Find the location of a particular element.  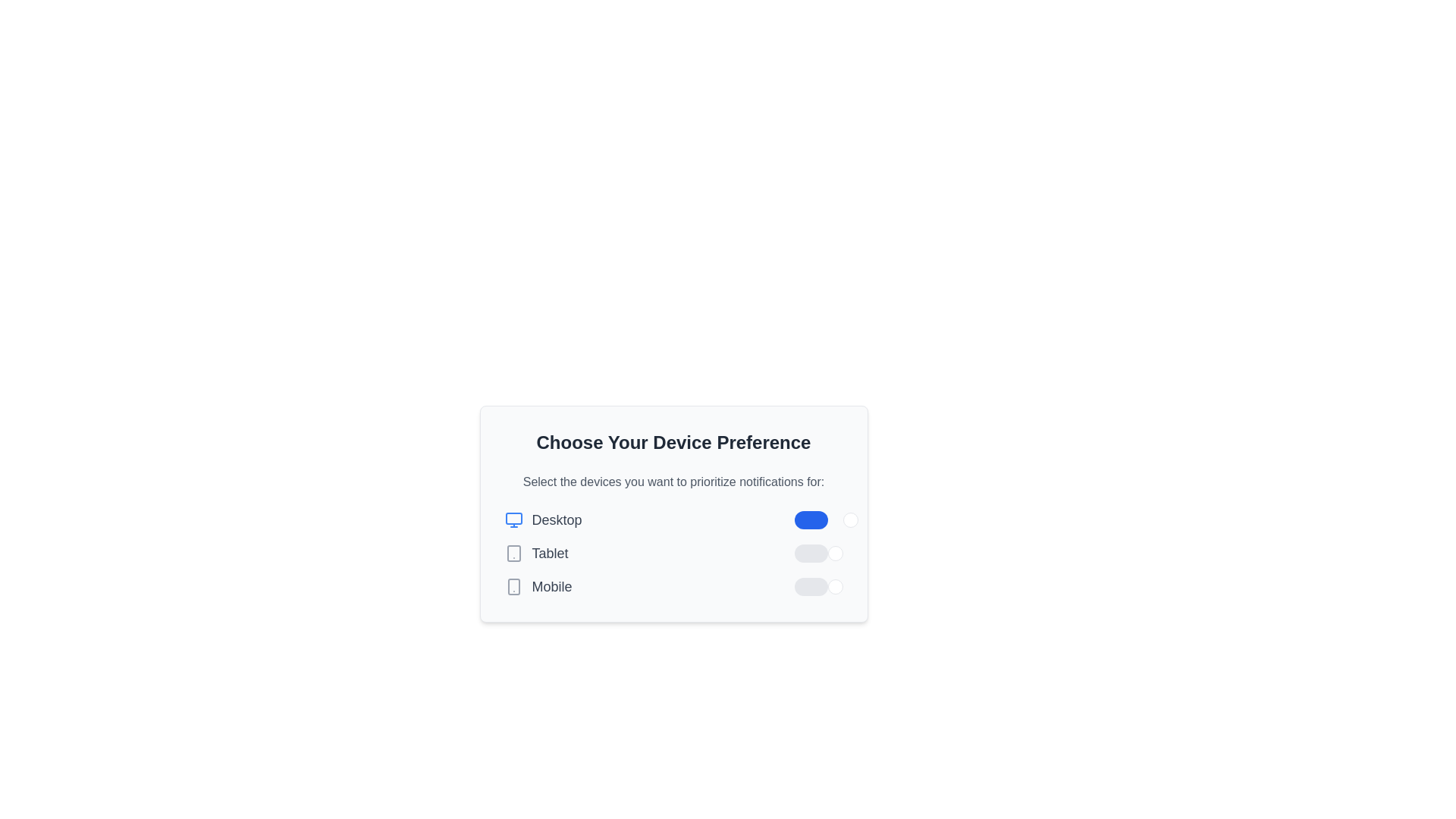

the toggle switch for enabling or disabling notifications for Tablet devices, which is the second switch below the 'Desktop' option is located at coordinates (810, 553).